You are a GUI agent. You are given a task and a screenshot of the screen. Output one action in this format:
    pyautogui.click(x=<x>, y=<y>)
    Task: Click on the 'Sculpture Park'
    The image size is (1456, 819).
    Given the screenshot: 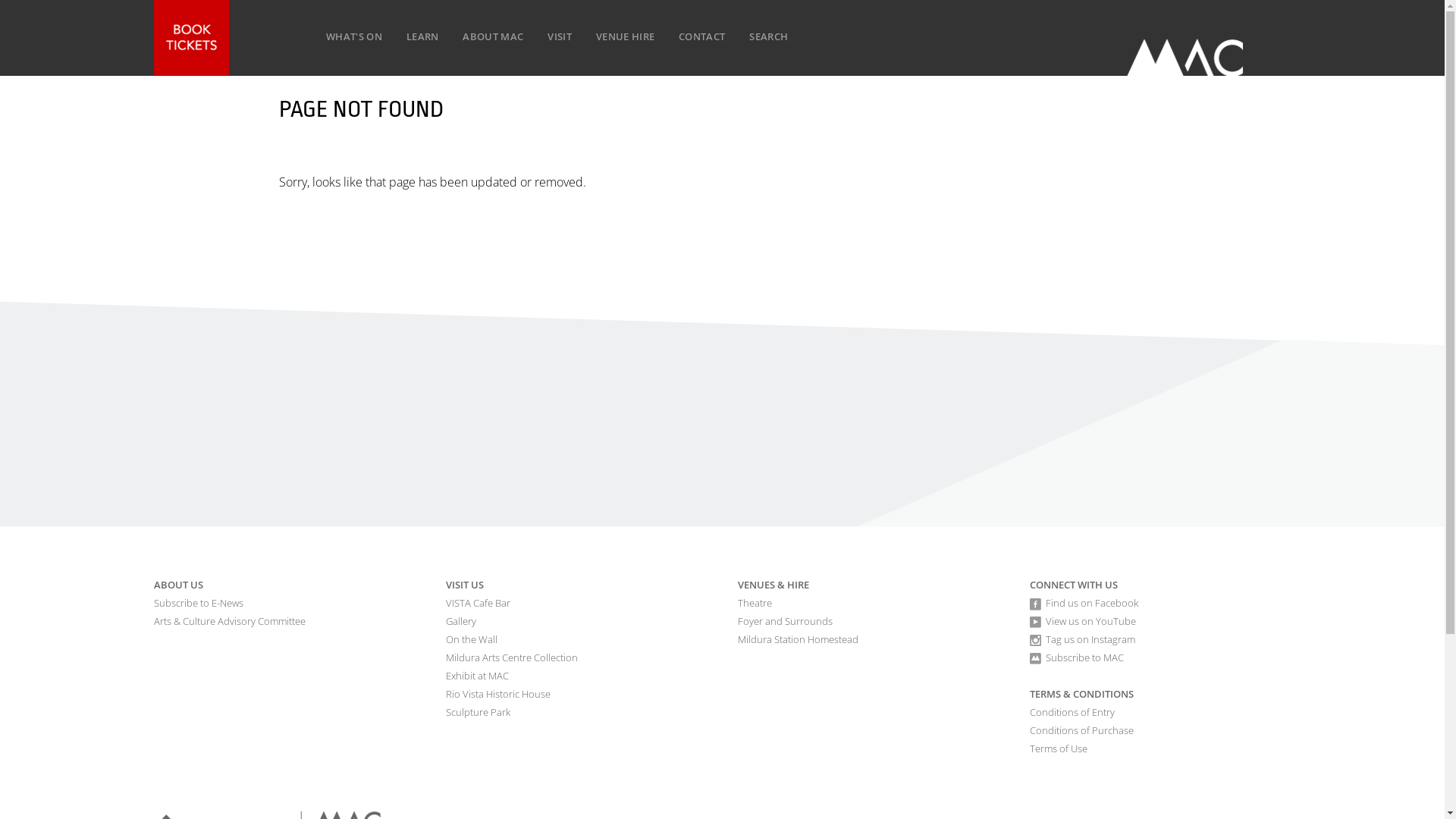 What is the action you would take?
    pyautogui.click(x=477, y=711)
    